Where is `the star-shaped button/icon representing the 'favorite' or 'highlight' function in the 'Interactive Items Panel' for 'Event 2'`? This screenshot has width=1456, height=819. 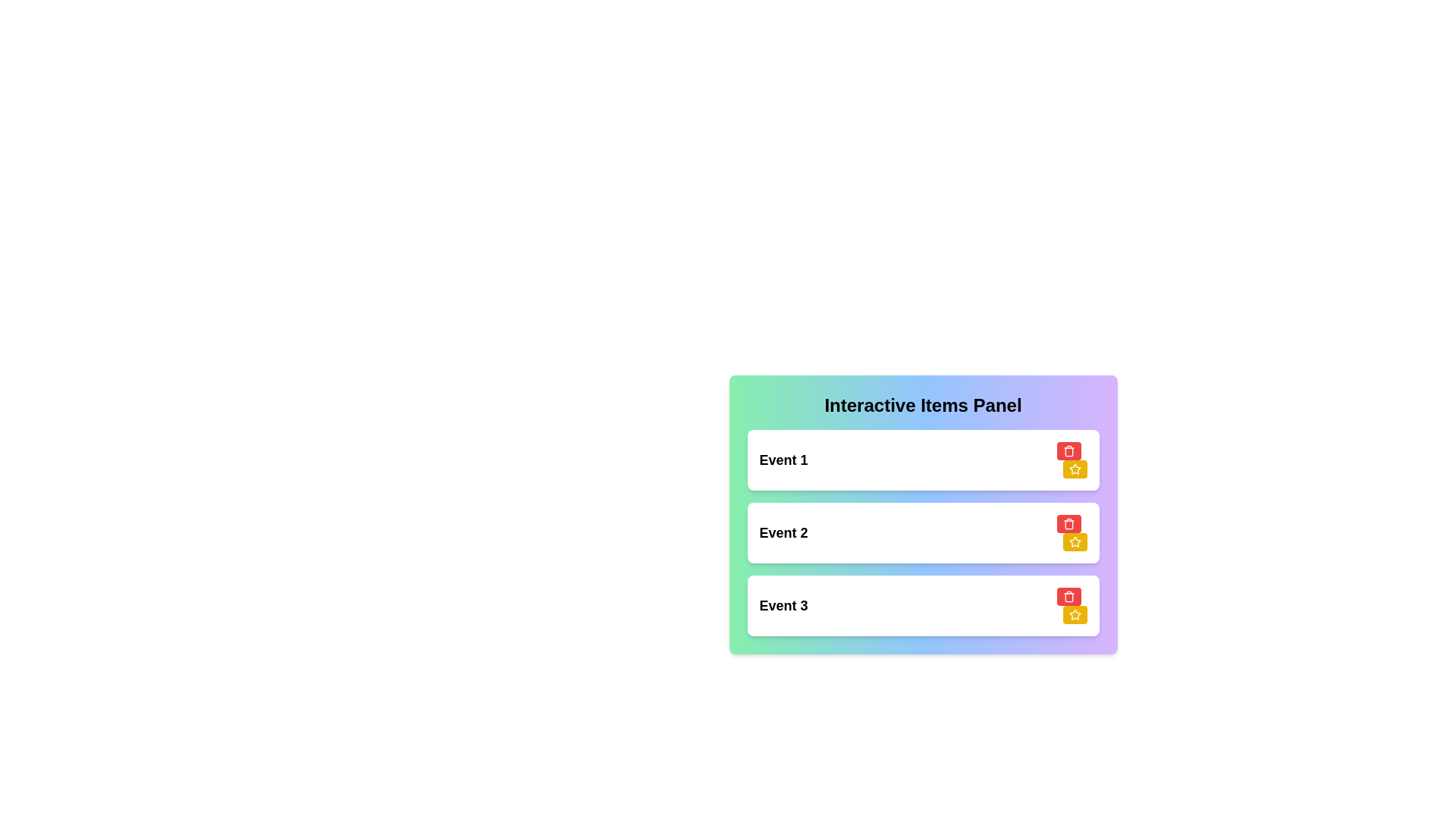 the star-shaped button/icon representing the 'favorite' or 'highlight' function in the 'Interactive Items Panel' for 'Event 2' is located at coordinates (1074, 541).